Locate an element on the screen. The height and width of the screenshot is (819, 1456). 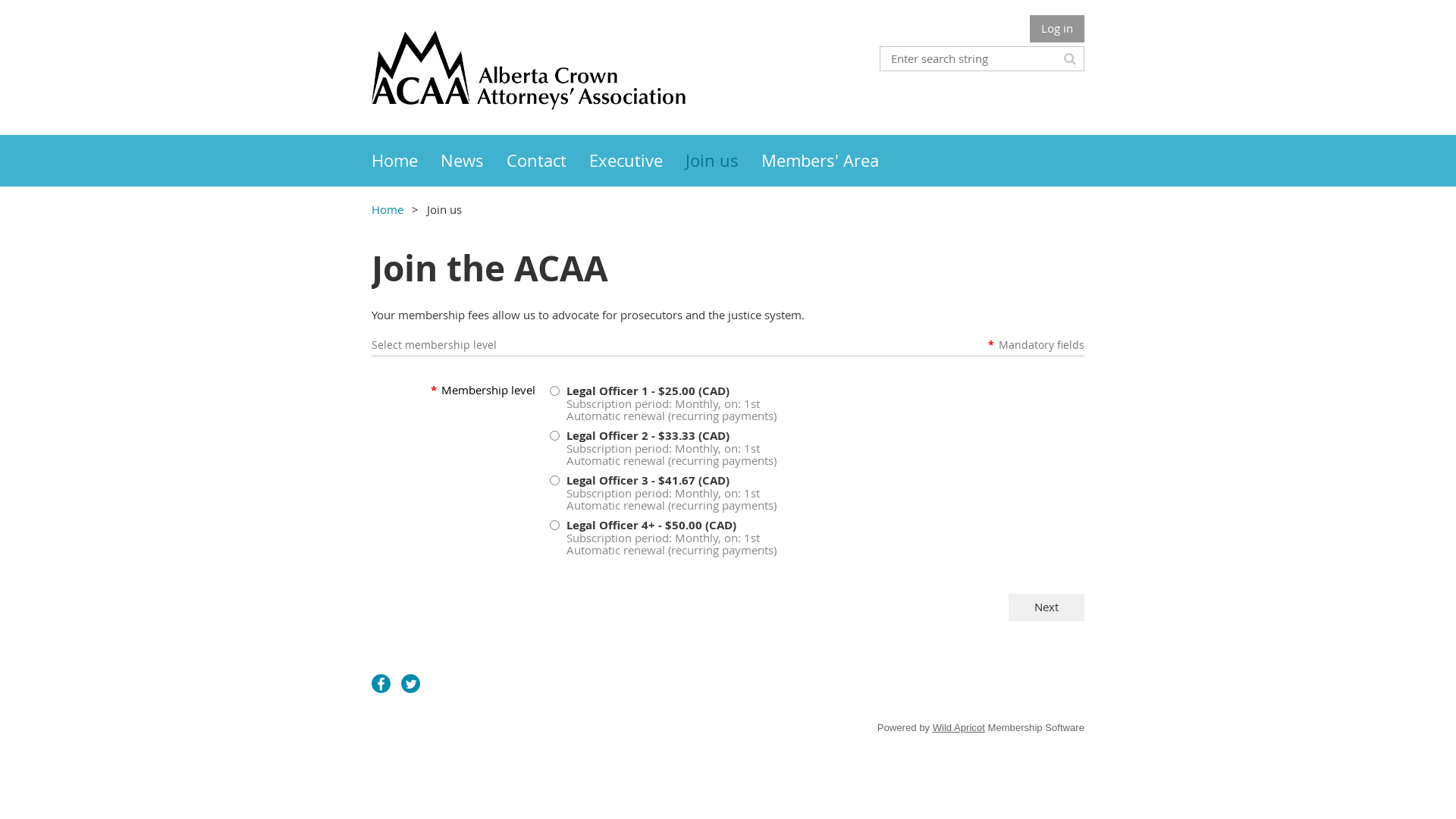
'Facebook' is located at coordinates (381, 683).